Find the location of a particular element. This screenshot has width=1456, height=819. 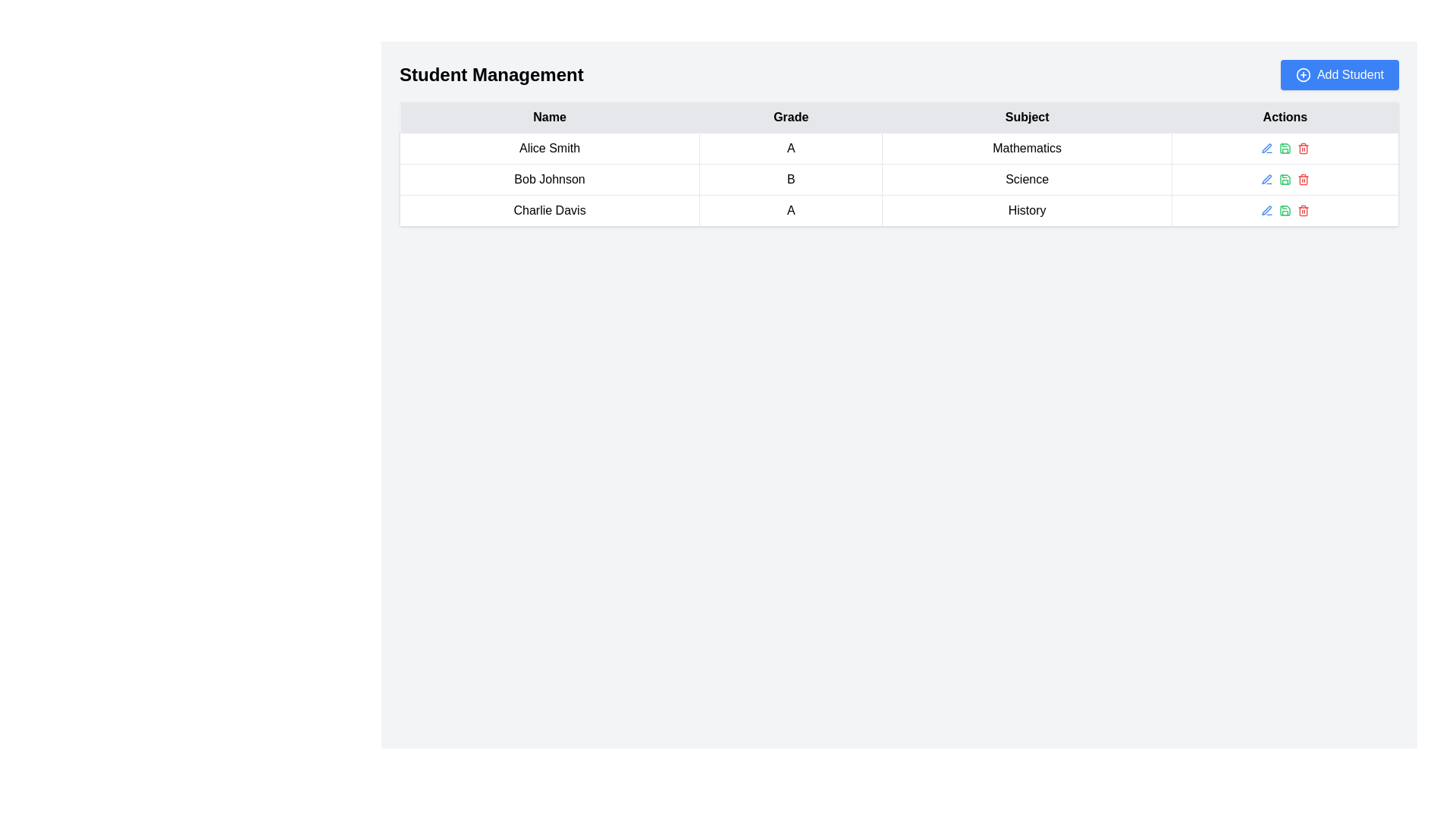

the text element displaying the grade 'A' for the student 'Charlie Davis', located in the second cell under the 'Grade' column of the student management table is located at coordinates (790, 210).